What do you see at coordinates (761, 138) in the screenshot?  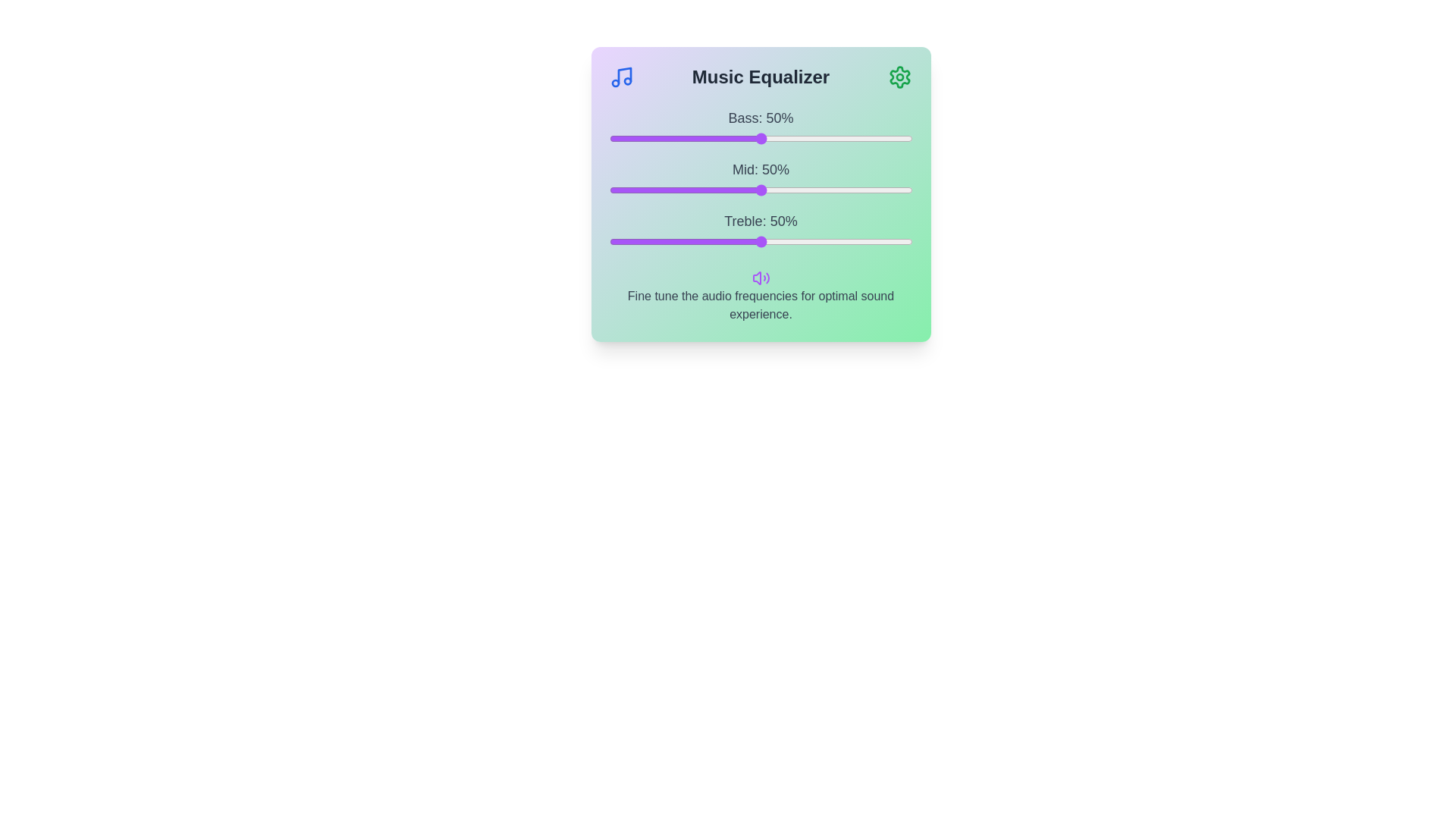 I see `the bass slider to 50%` at bounding box center [761, 138].